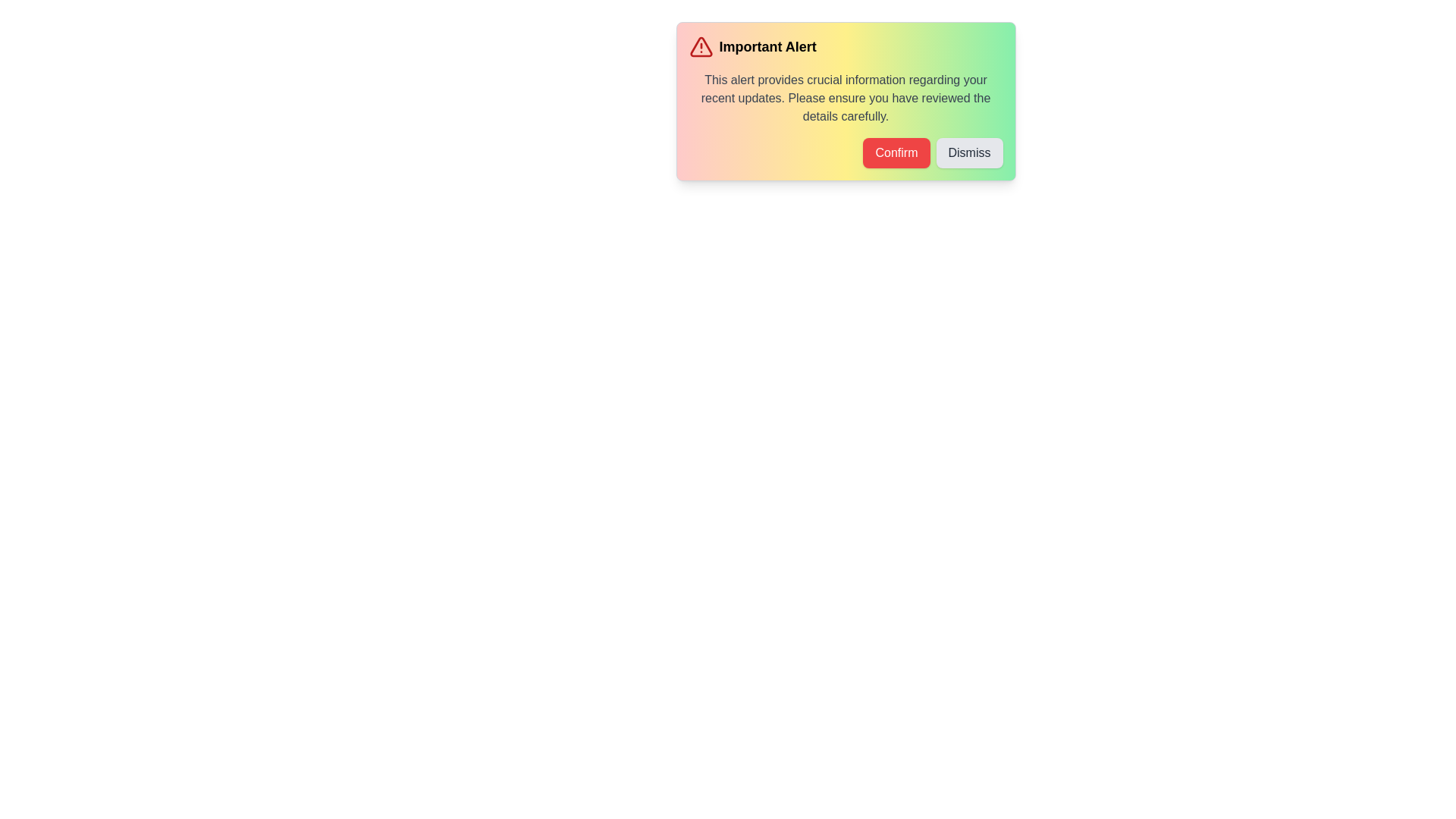  Describe the element at coordinates (896, 152) in the screenshot. I see `the red rectangular 'Confirm' button with rounded corners` at that location.